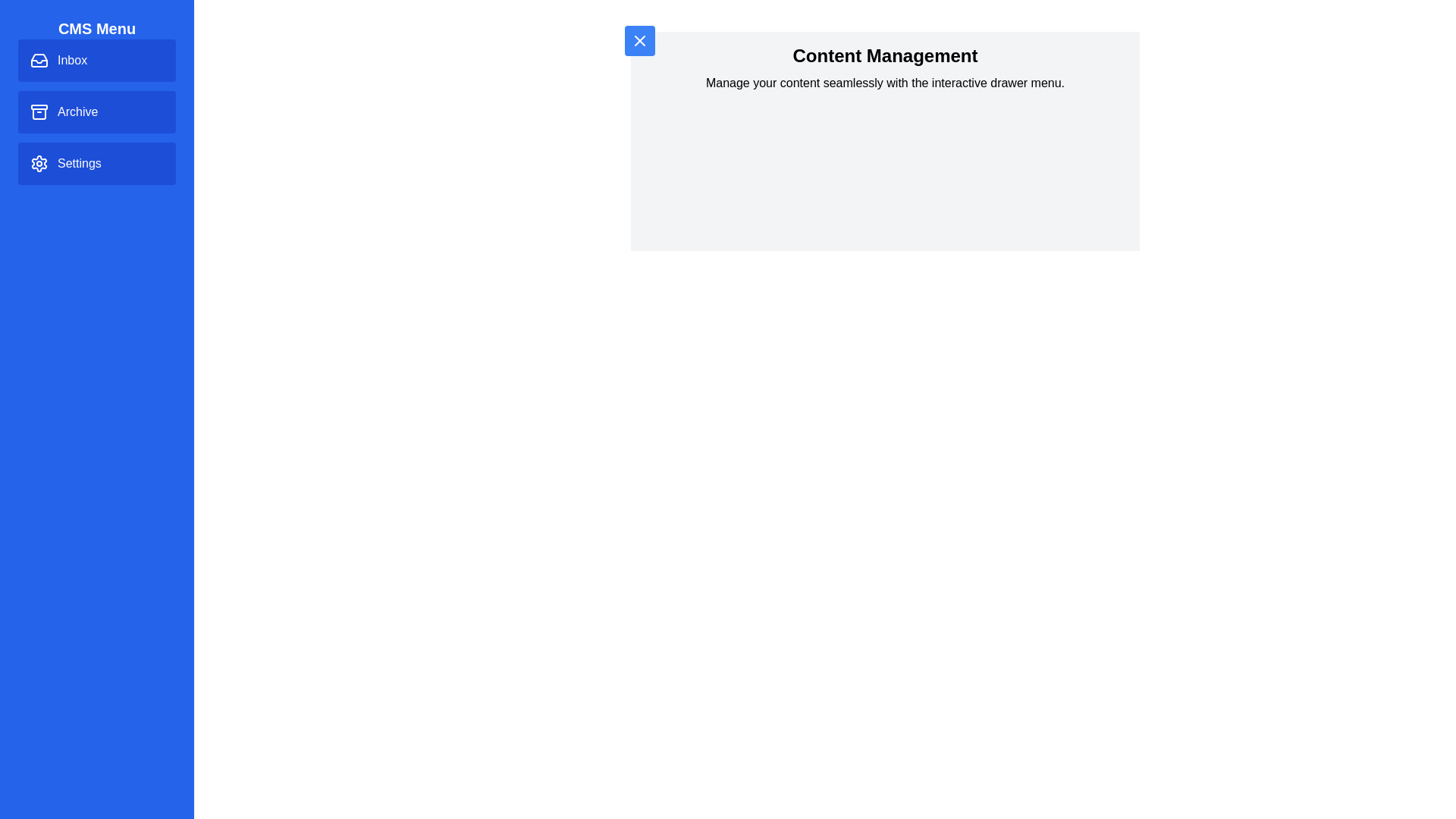  I want to click on the menu item Archive from the drawer, so click(96, 111).